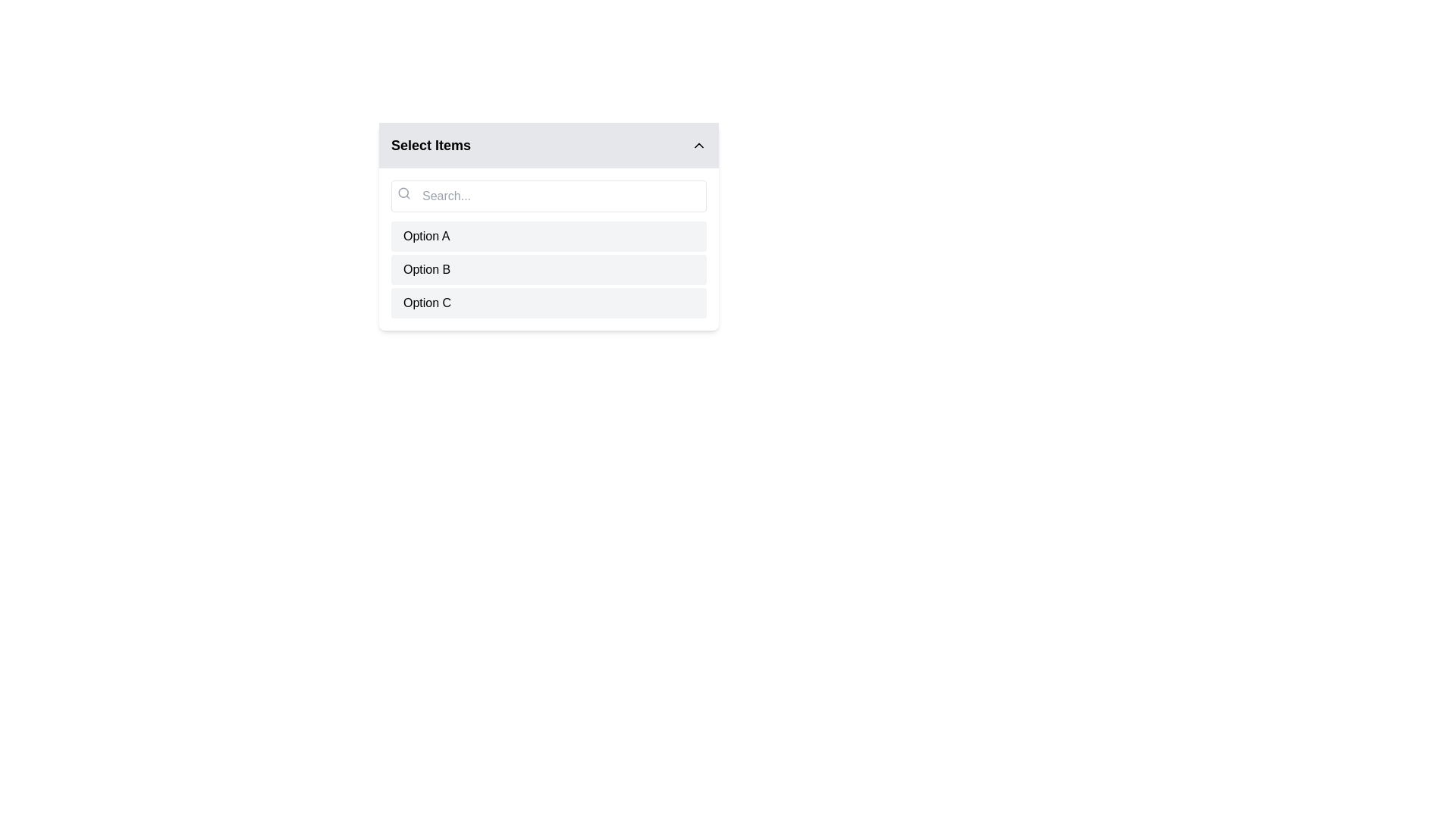 The image size is (1456, 819). What do you see at coordinates (426, 268) in the screenshot?
I see `the 'Option B' text label, which is styled with black text on a light background and is the second item in a vertical list of options` at bounding box center [426, 268].